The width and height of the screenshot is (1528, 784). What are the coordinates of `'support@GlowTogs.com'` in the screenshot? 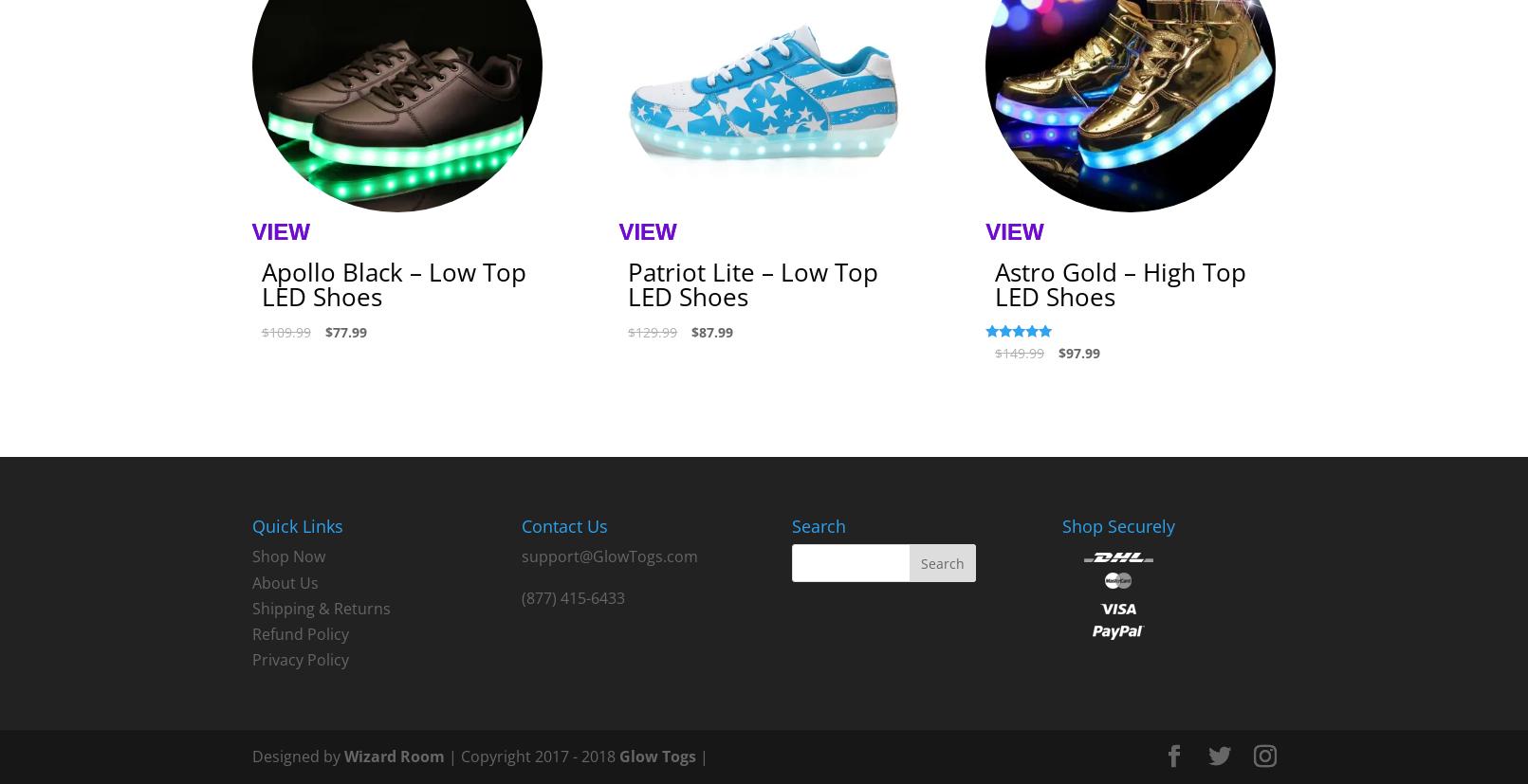 It's located at (609, 556).